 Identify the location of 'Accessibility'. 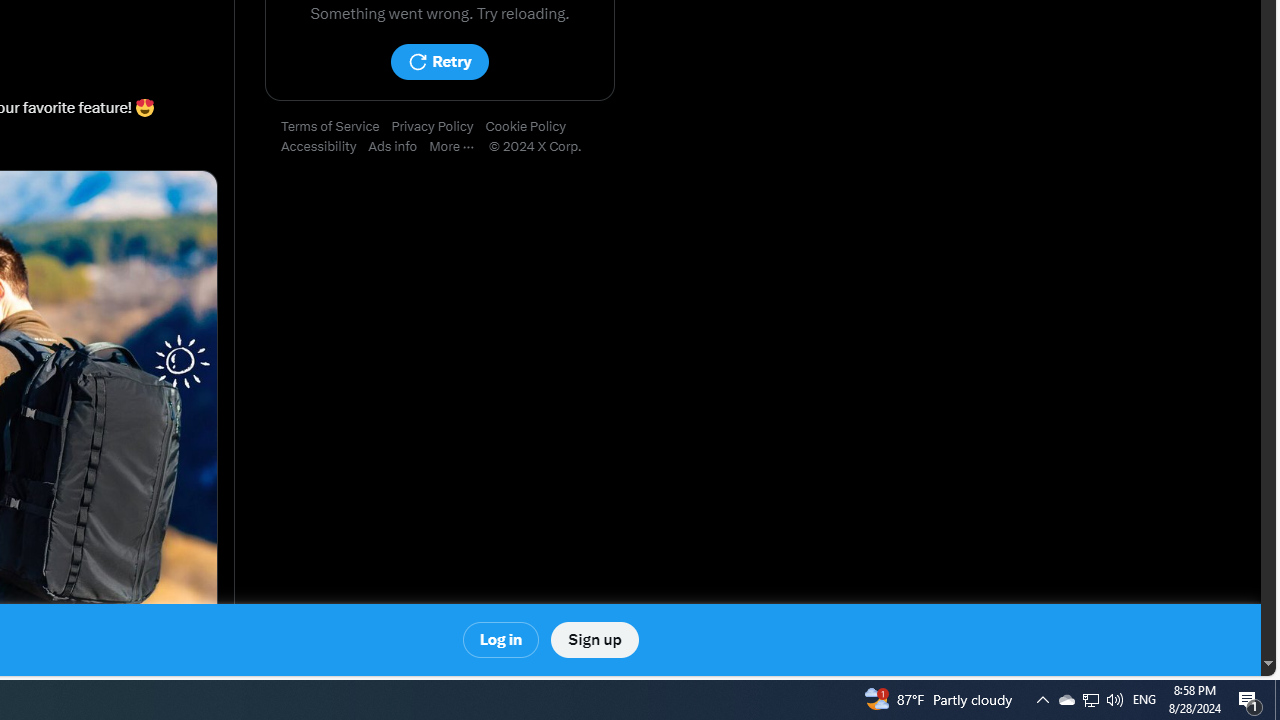
(325, 146).